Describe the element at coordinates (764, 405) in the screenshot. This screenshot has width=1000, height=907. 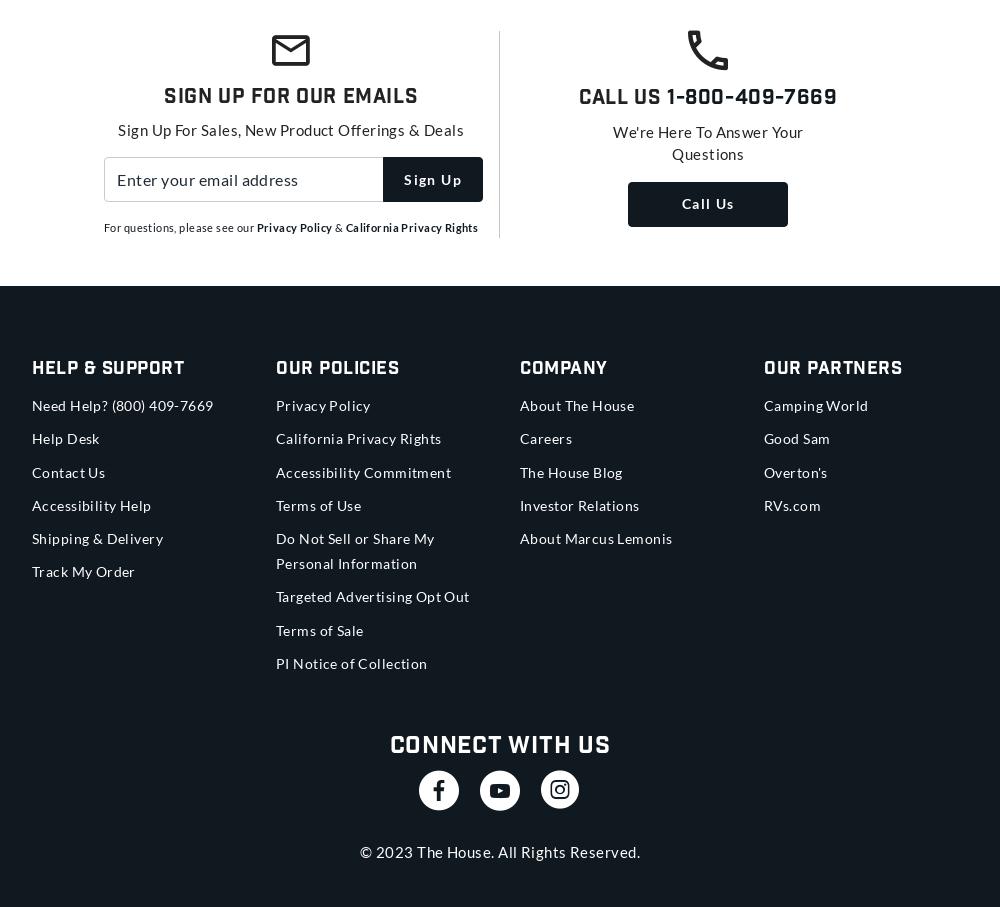
I see `'Camping World'` at that location.